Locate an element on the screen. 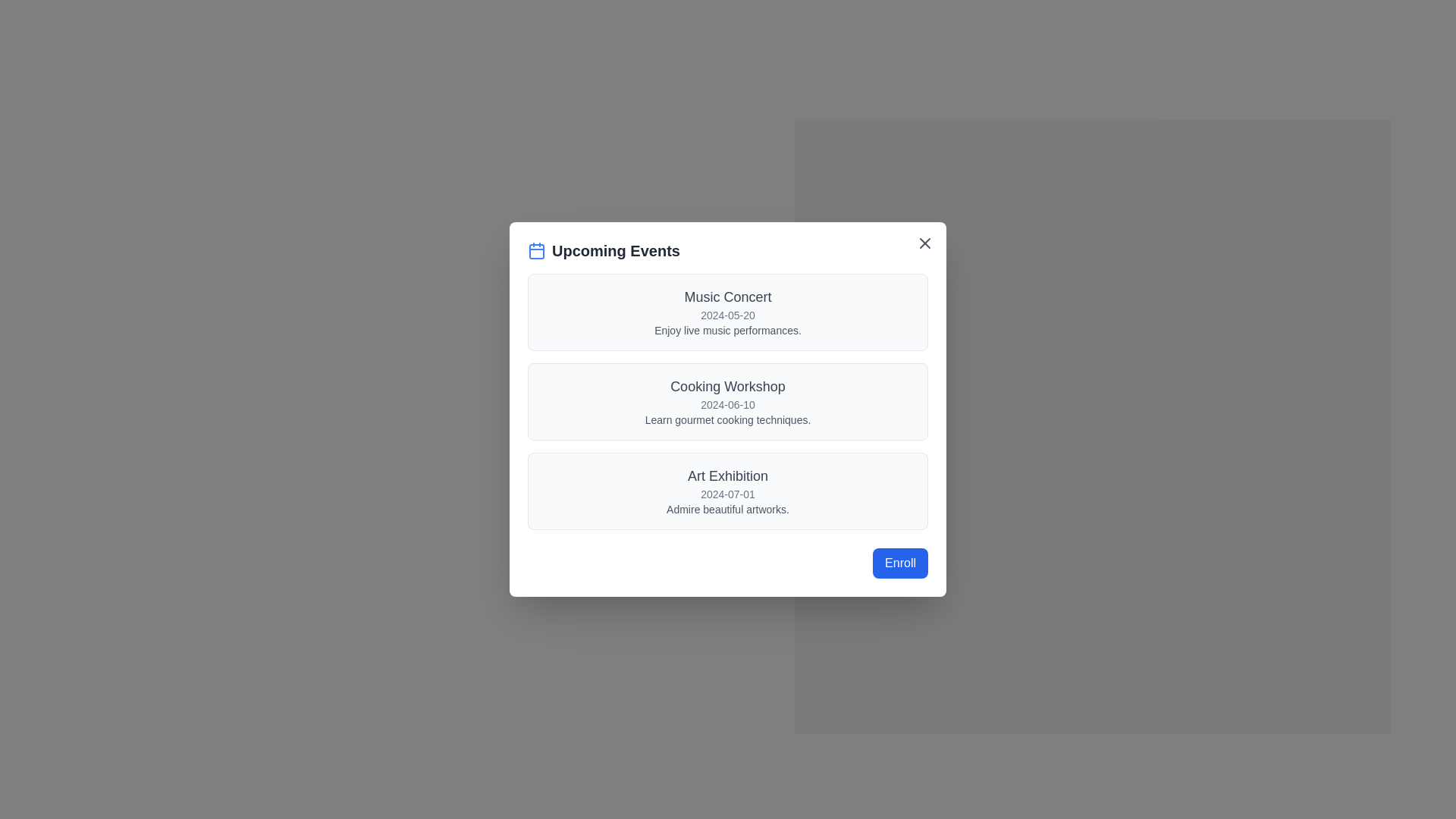  the main body of the calendar icon, which is a rounded rectangle is located at coordinates (537, 250).